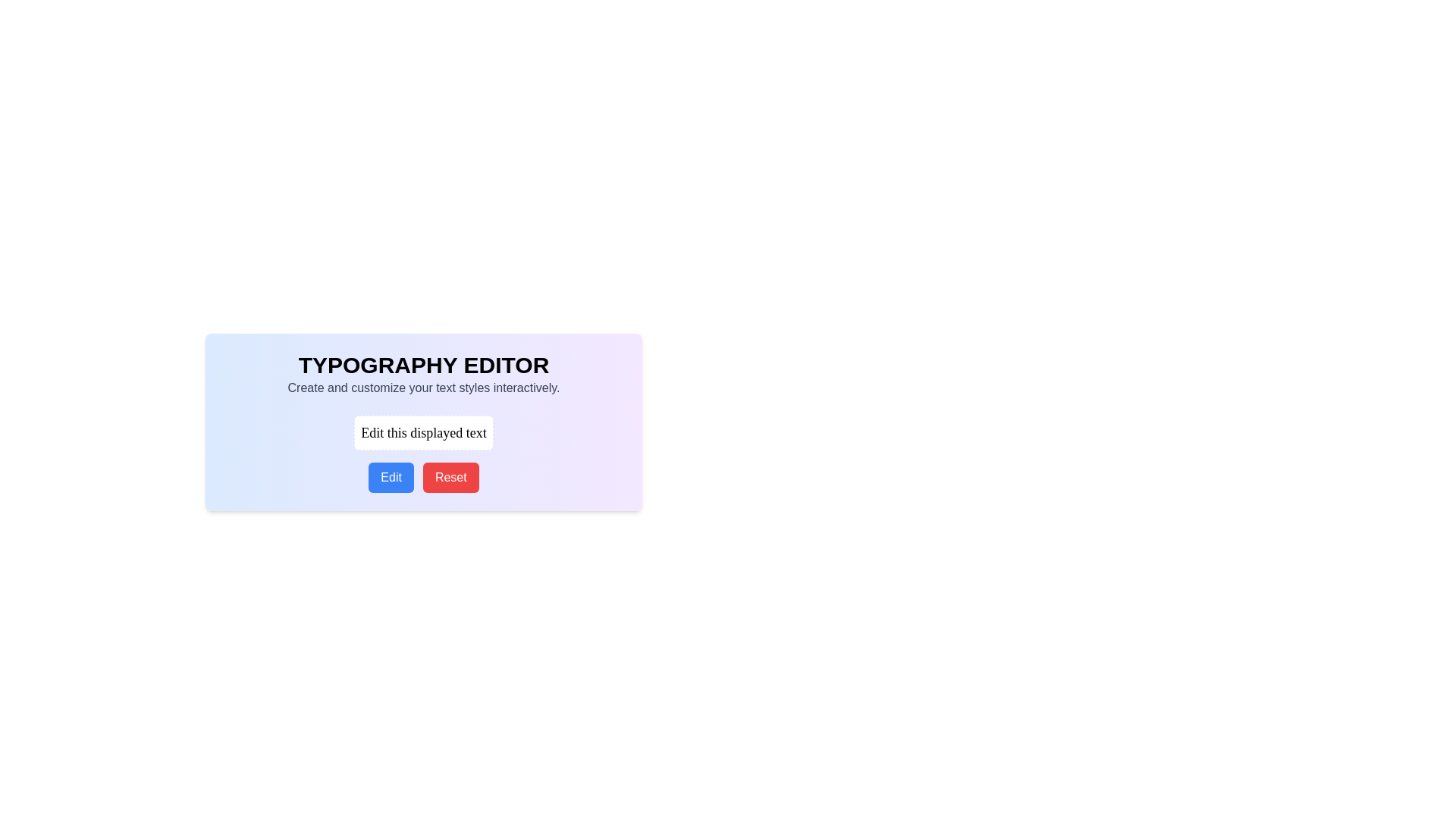 Image resolution: width=1456 pixels, height=819 pixels. Describe the element at coordinates (391, 476) in the screenshot. I see `the rectangular blue button with rounded corners labeled 'Edit'` at that location.